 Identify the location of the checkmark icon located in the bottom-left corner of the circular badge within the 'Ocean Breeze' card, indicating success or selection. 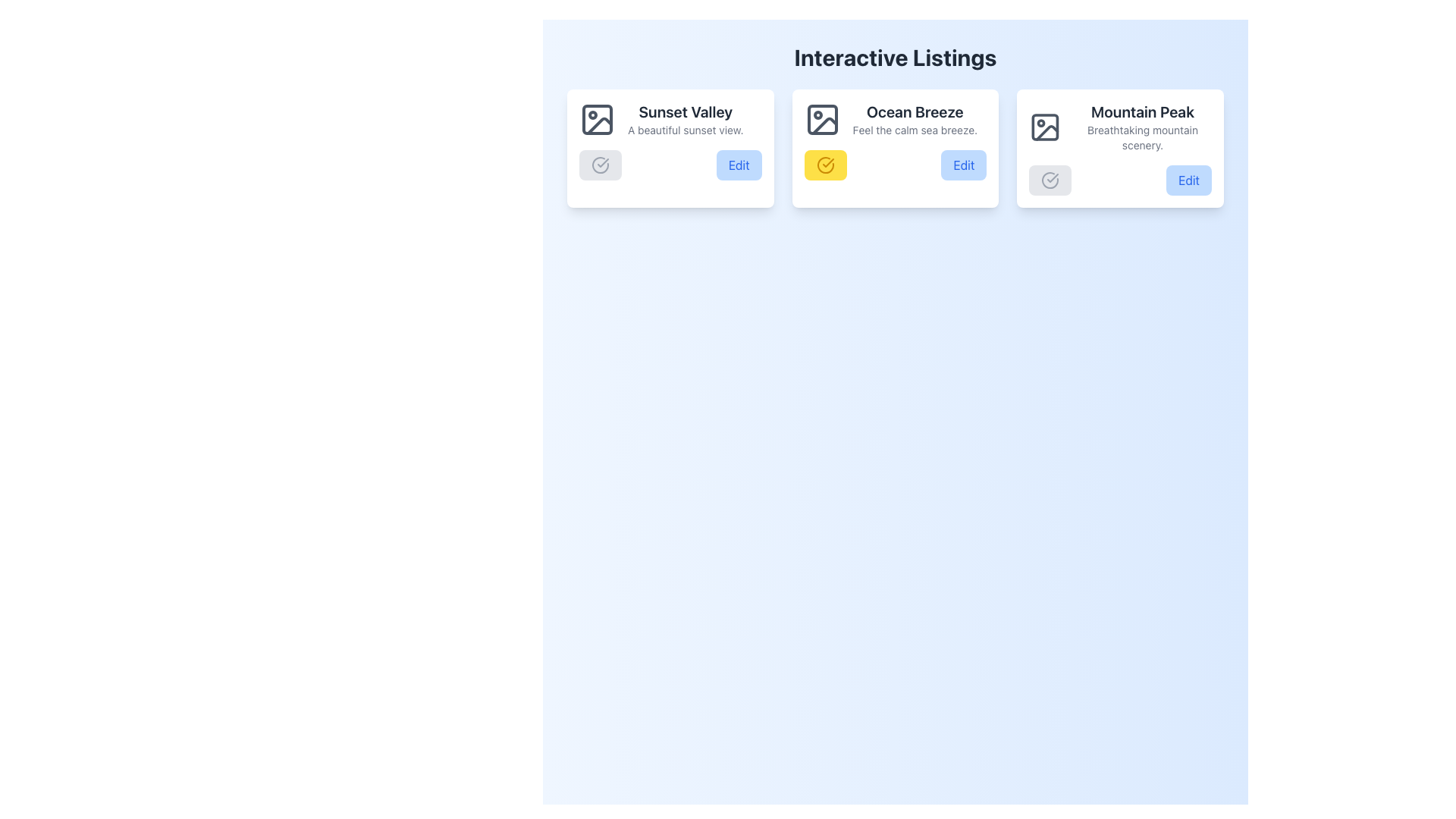
(827, 163).